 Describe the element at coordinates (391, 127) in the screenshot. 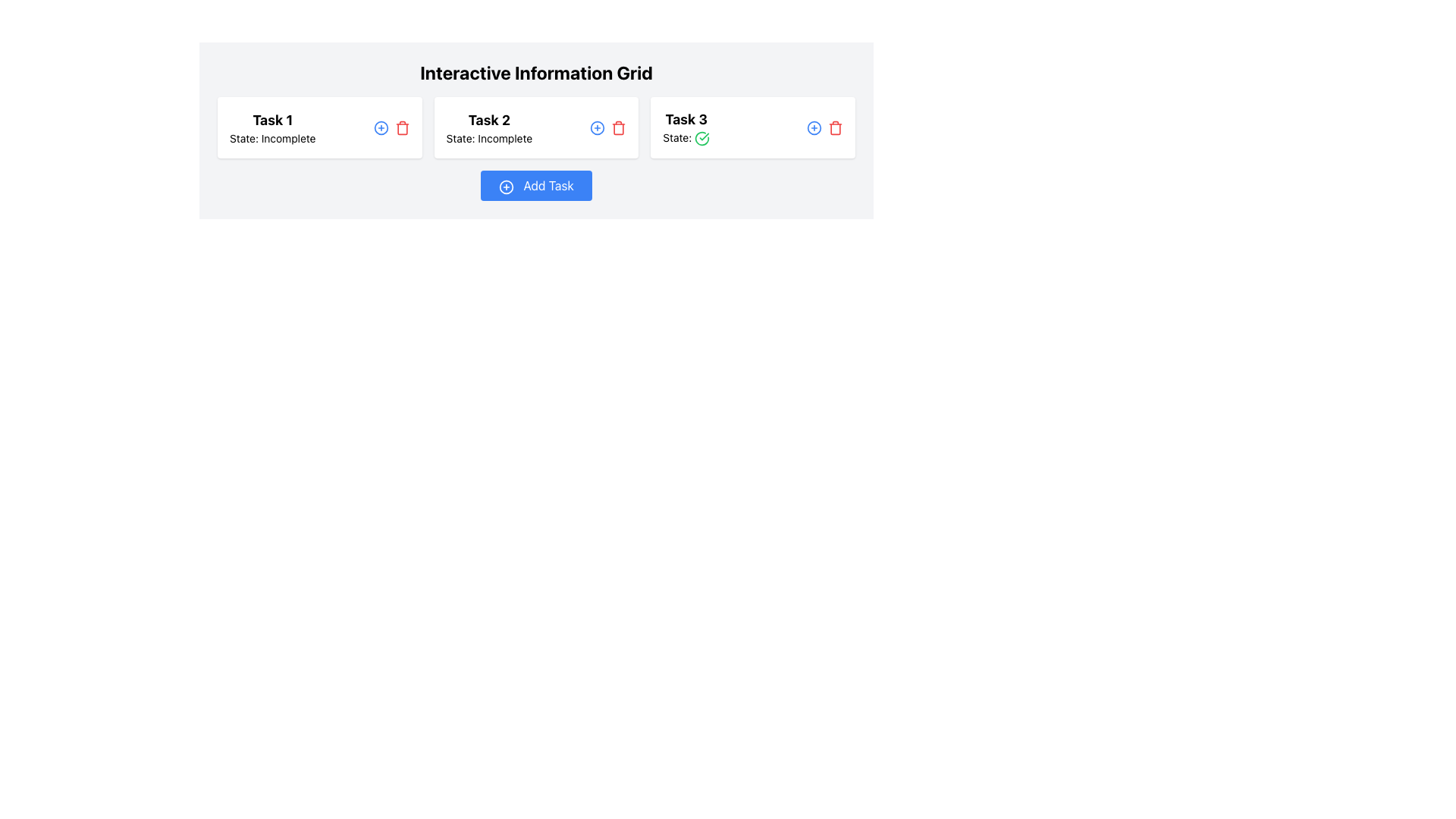

I see `the blue circle with a plus sign icon within the 'Task 1' panel` at that location.